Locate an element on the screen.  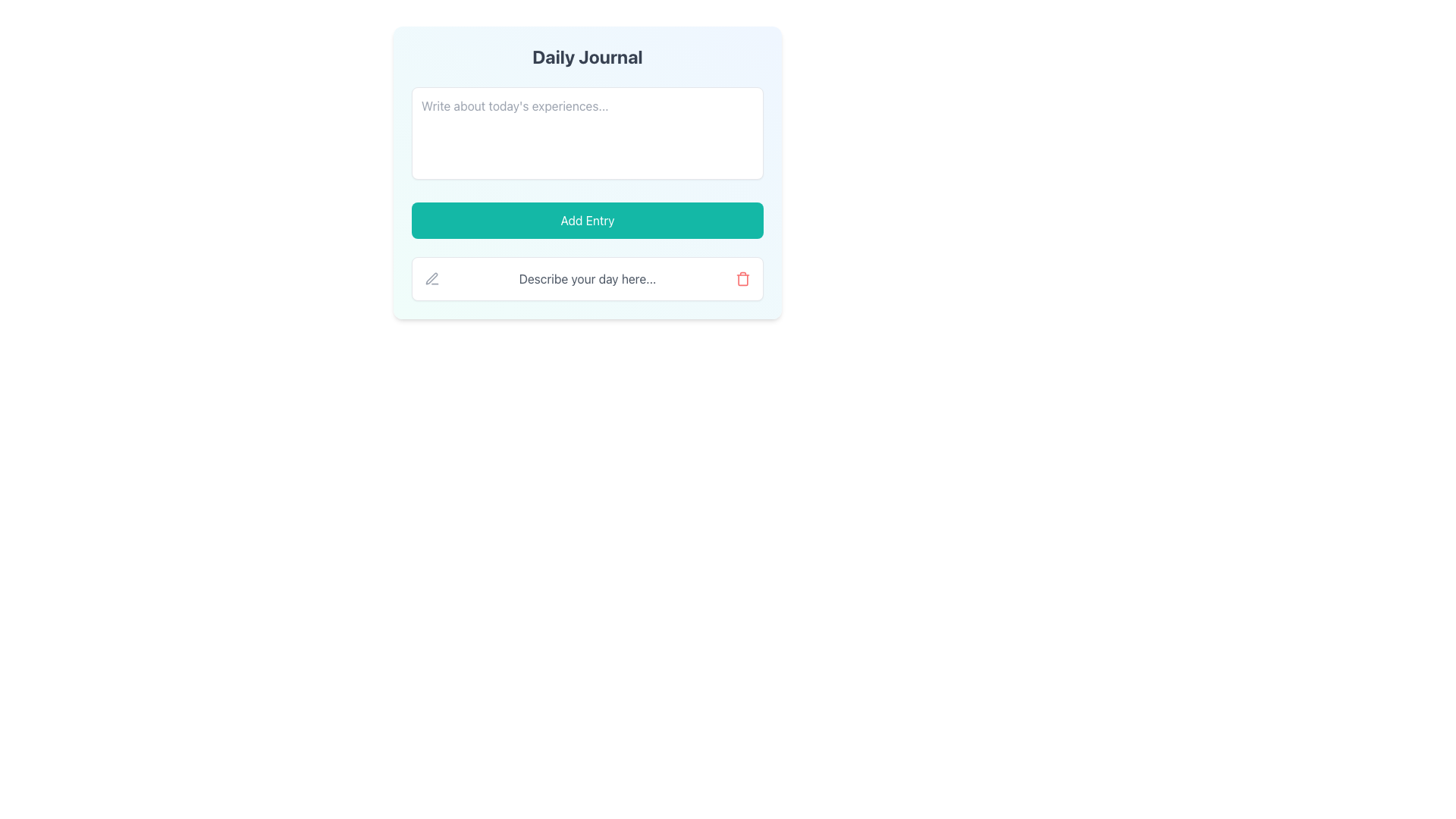
the text label displaying 'Describe your day here...' which is centered within the Daily Journal card and has a gray color is located at coordinates (586, 278).